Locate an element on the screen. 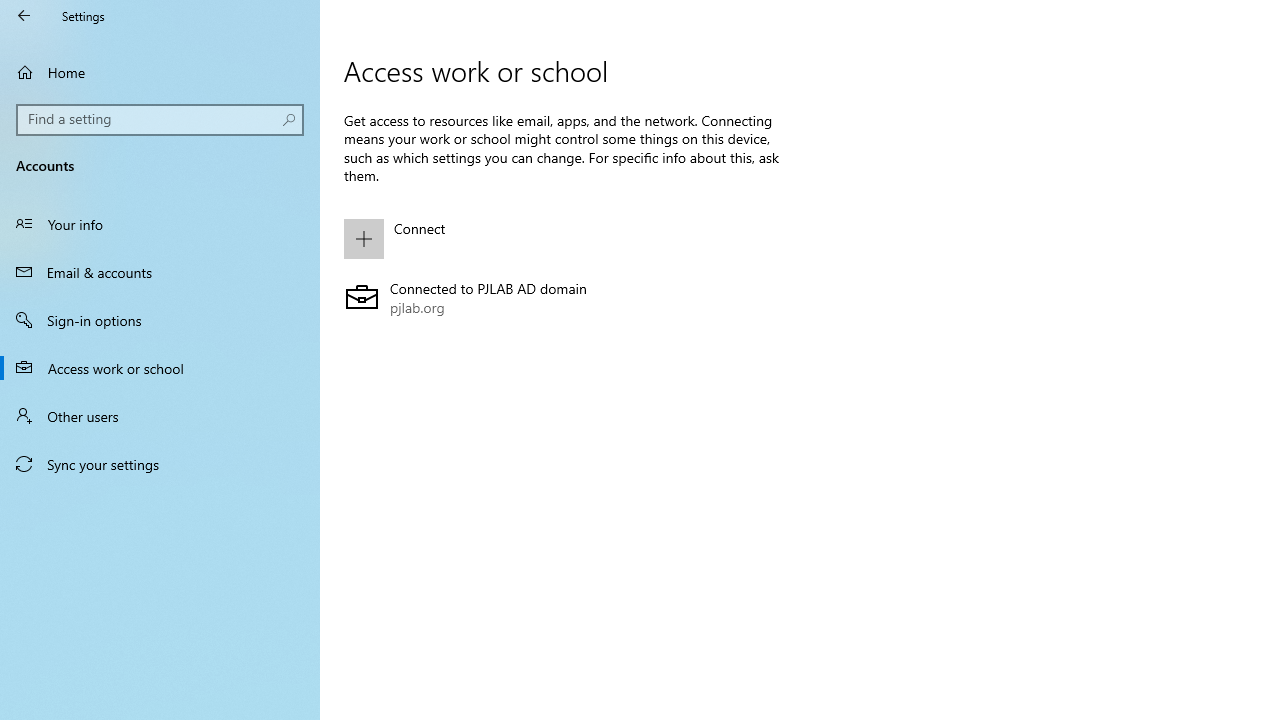 This screenshot has width=1280, height=720. 'Connected to PJLAB AD domain pjlab.org' is located at coordinates (562, 299).